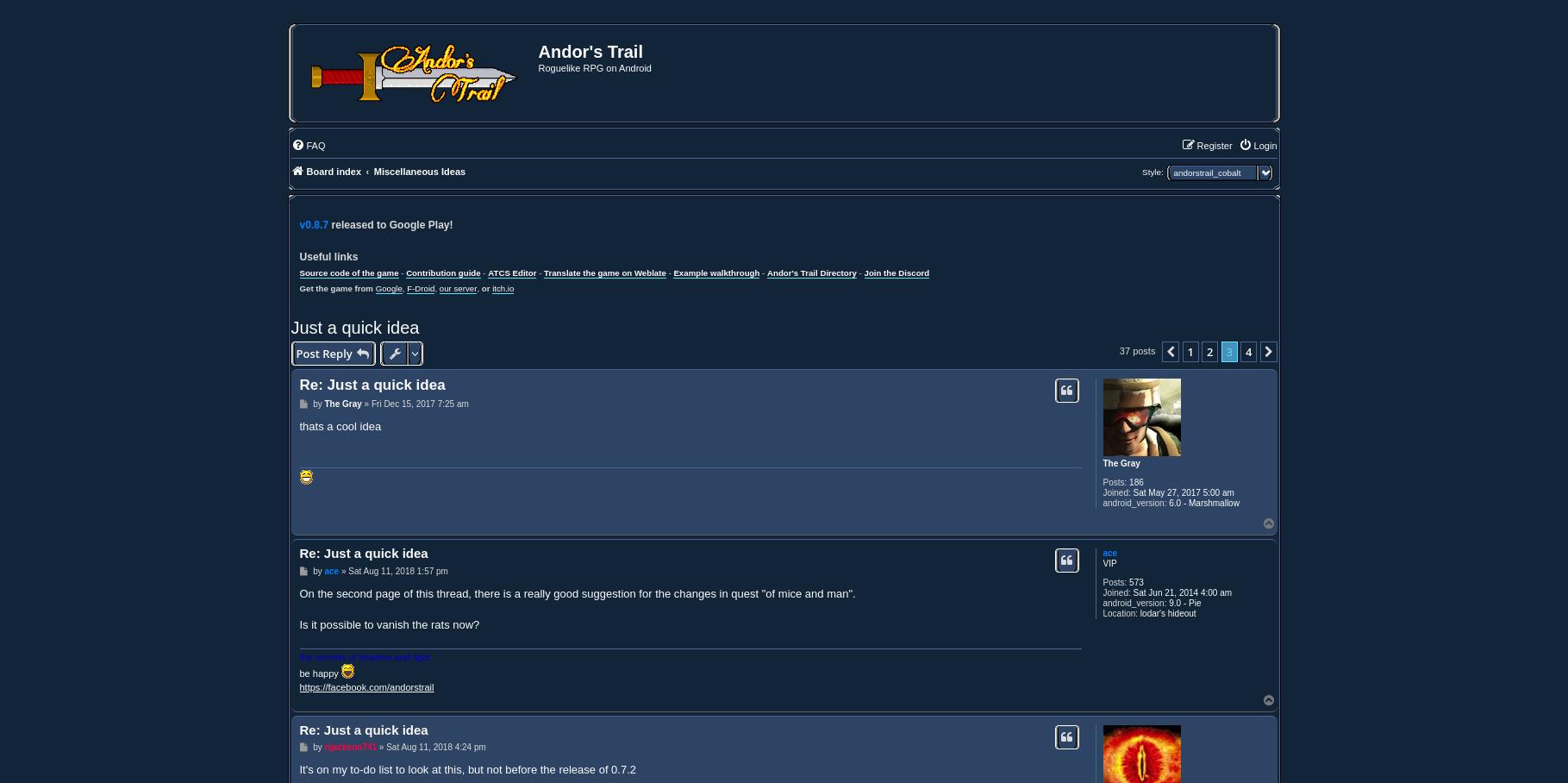 The width and height of the screenshot is (1568, 783). I want to click on 'Sat May 27, 2017 5:00 am', so click(1180, 492).